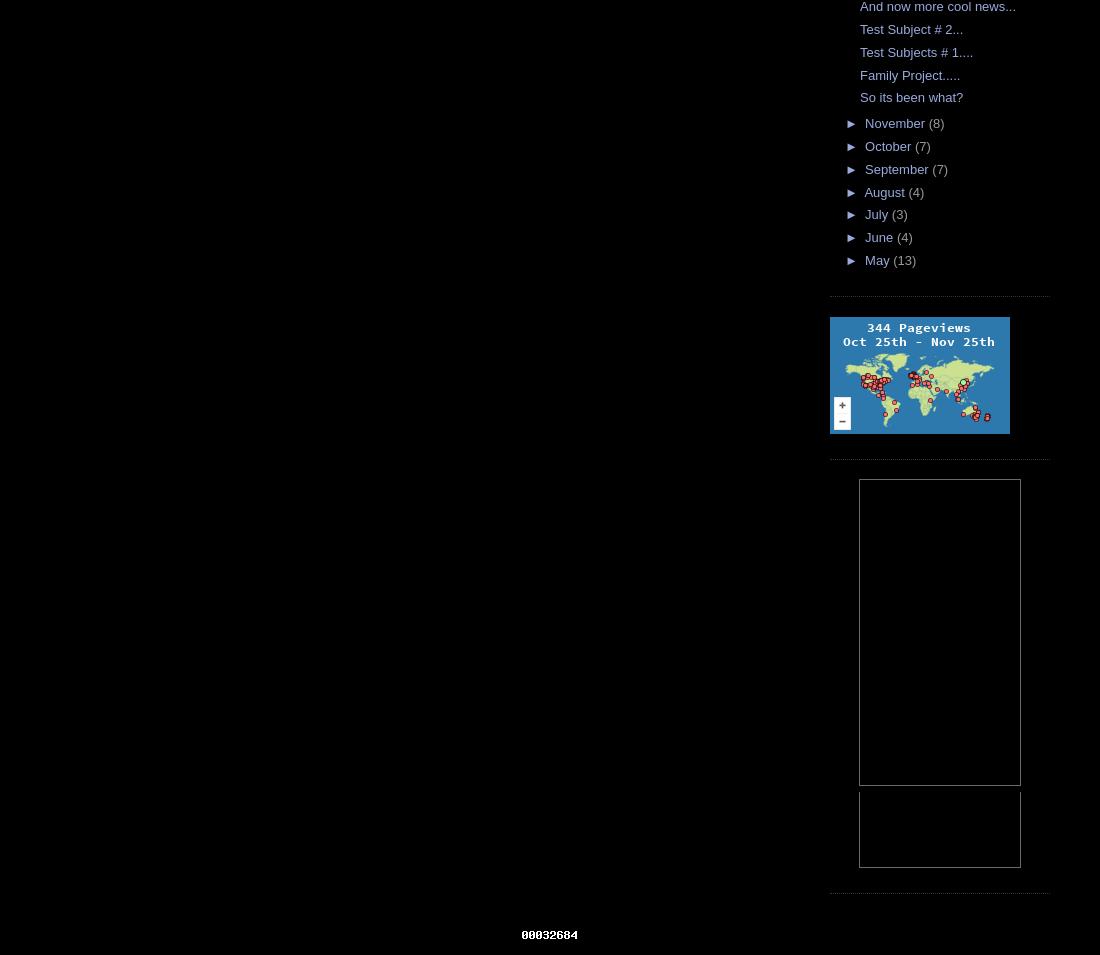 This screenshot has width=1100, height=955. Describe the element at coordinates (935, 122) in the screenshot. I see `'(8)'` at that location.